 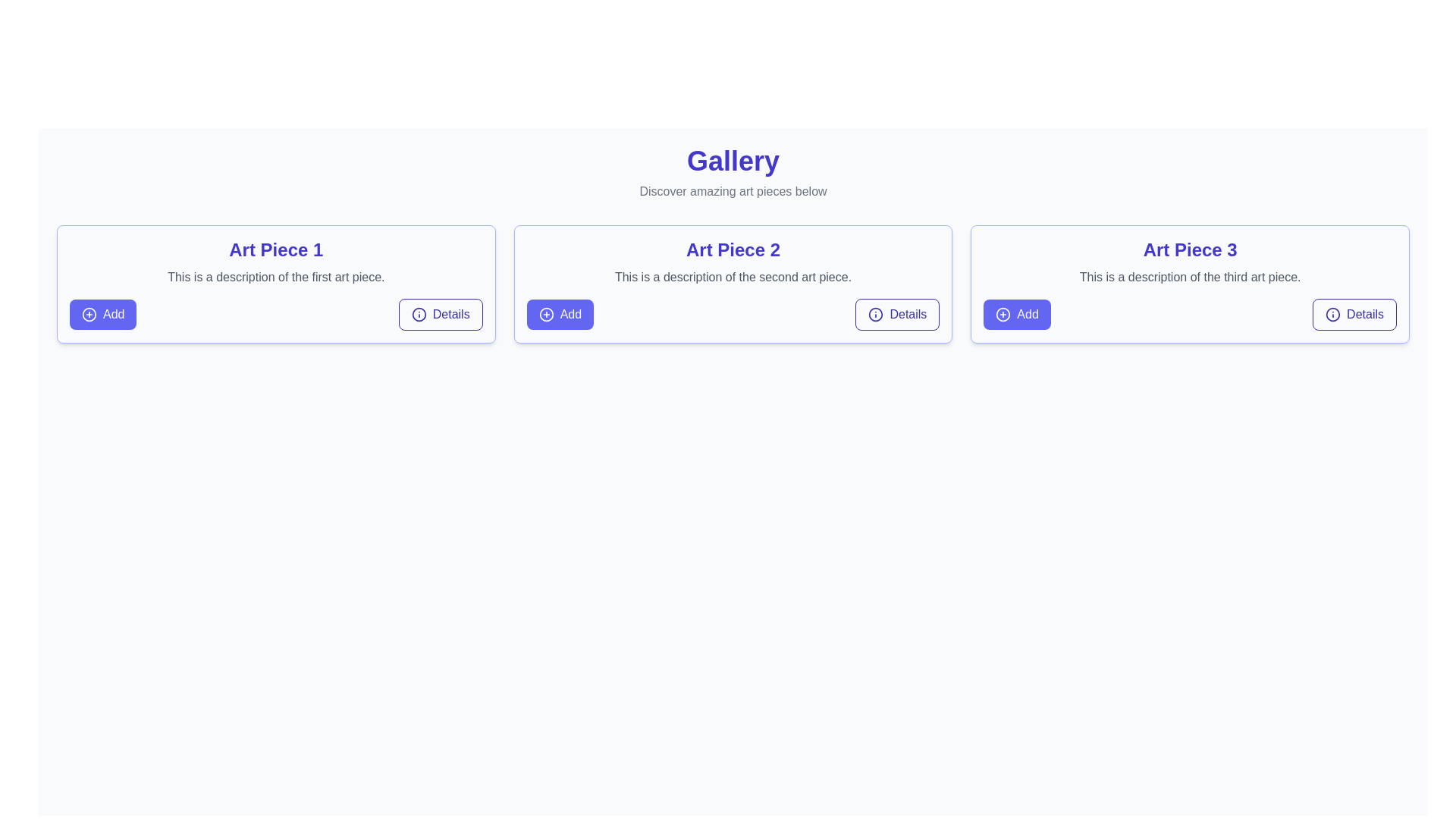 What do you see at coordinates (733, 249) in the screenshot?
I see `the text label displaying 'Art Piece 2' which is styled in a bold indigo font and serves as a header for its section` at bounding box center [733, 249].